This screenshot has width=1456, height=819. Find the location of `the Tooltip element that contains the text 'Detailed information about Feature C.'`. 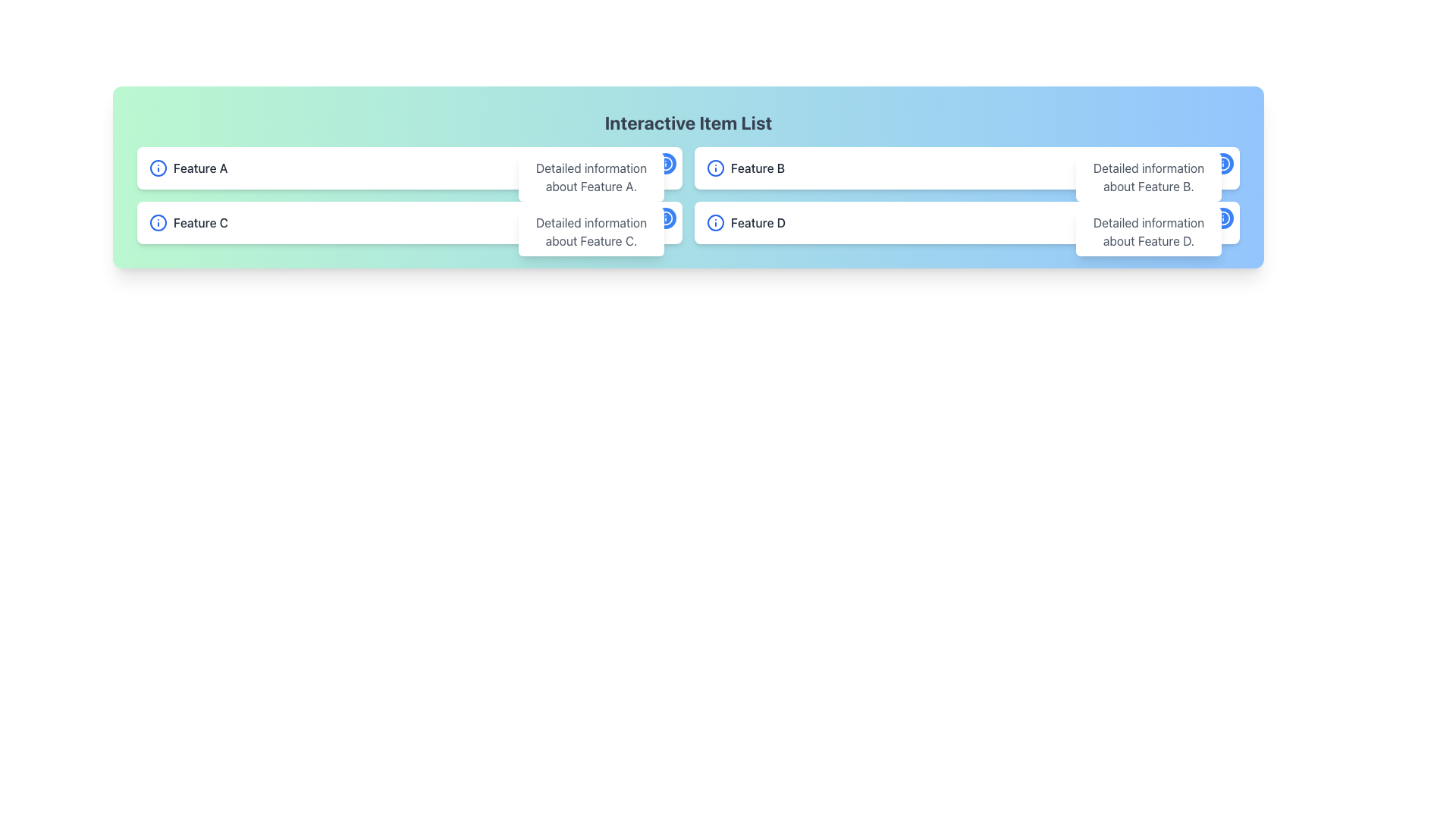

the Tooltip element that contains the text 'Detailed information about Feature C.' is located at coordinates (590, 231).